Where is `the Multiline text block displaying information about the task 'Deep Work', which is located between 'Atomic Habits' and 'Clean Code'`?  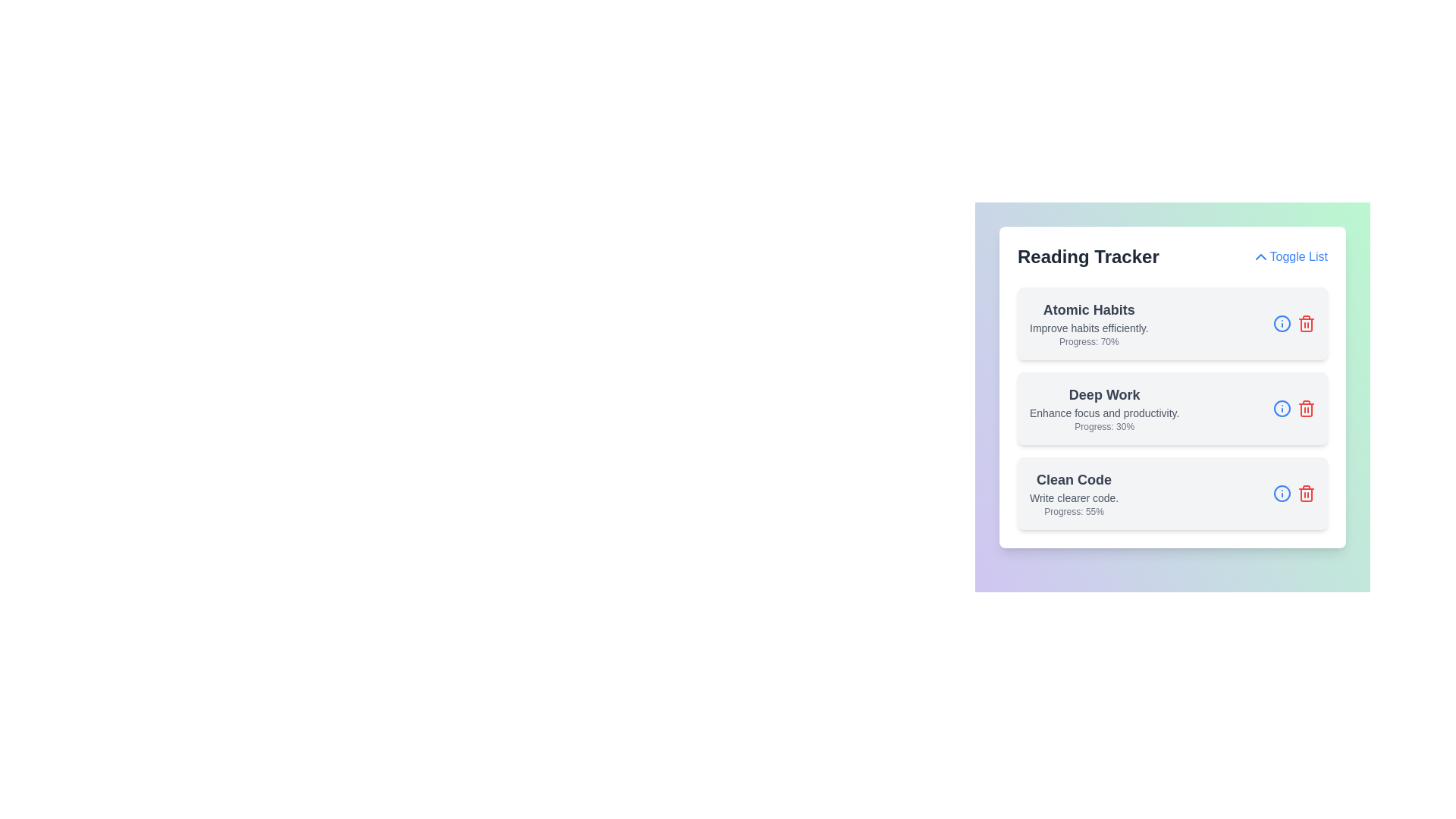
the Multiline text block displaying information about the task 'Deep Work', which is located between 'Atomic Habits' and 'Clean Code' is located at coordinates (1104, 408).